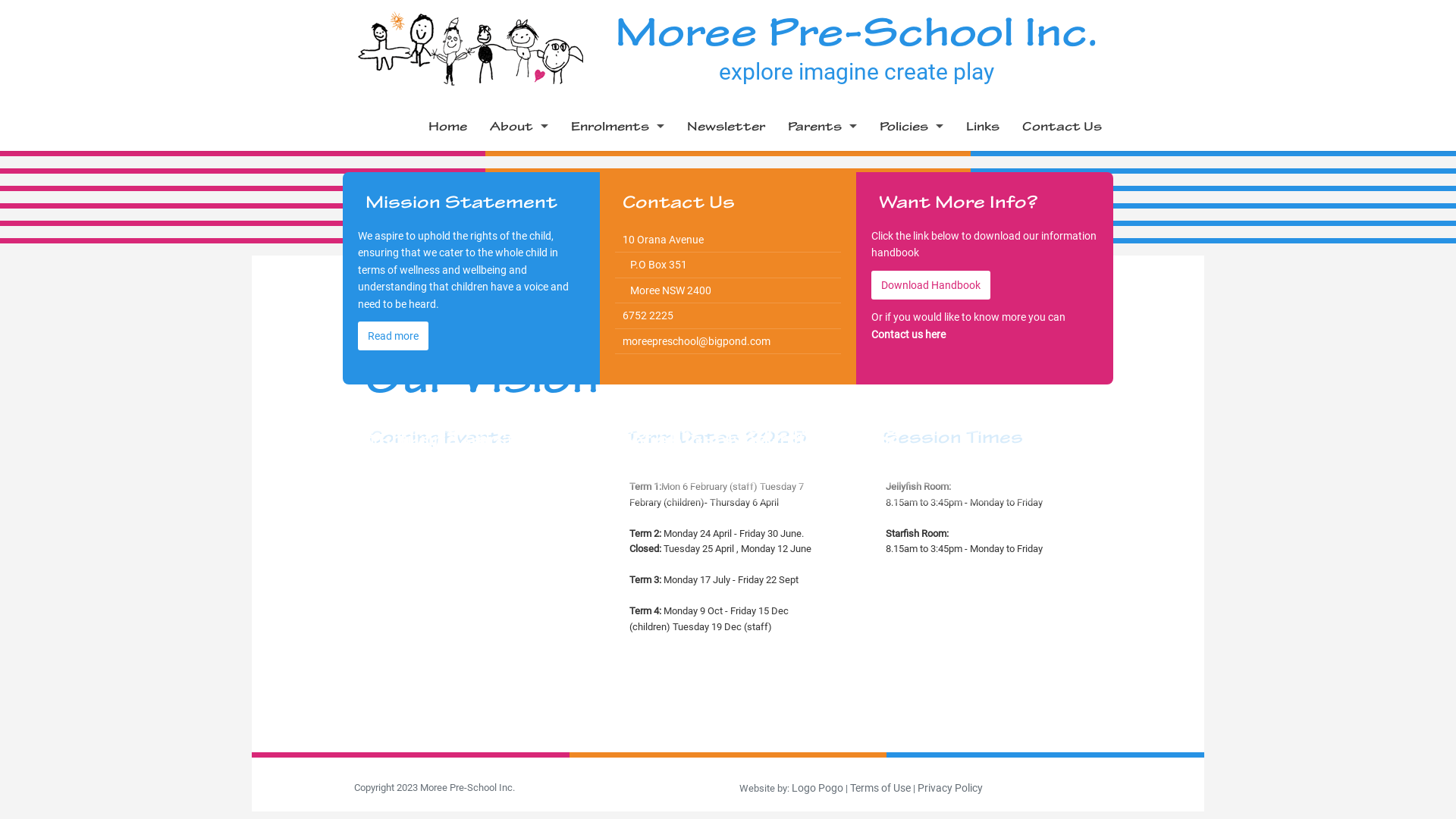 This screenshot has height=819, width=1456. Describe the element at coordinates (821, 501) in the screenshot. I see `'Parent Concerns'` at that location.